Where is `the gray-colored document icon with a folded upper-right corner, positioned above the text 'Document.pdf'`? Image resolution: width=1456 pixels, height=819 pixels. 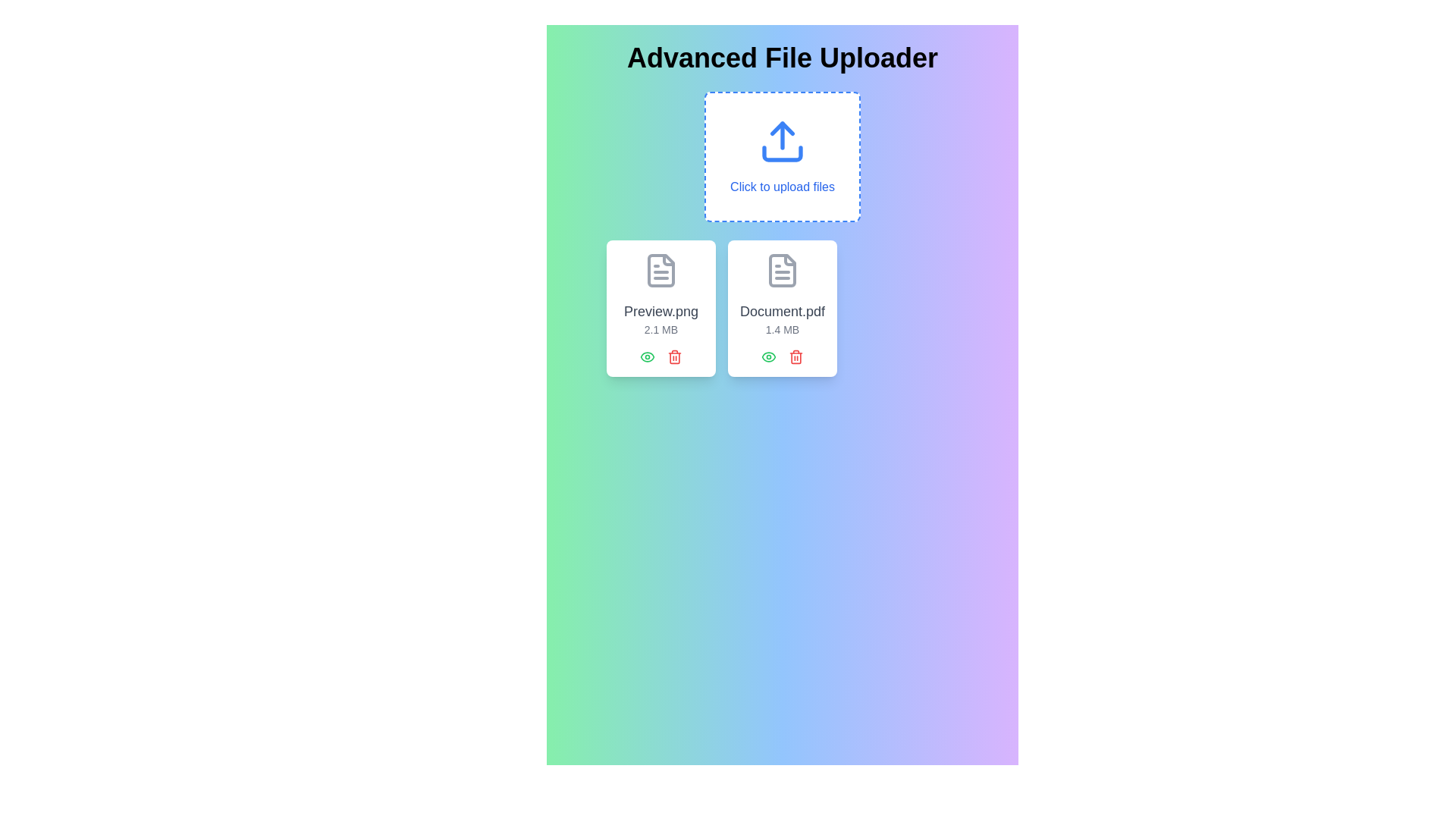
the gray-colored document icon with a folded upper-right corner, positioned above the text 'Document.pdf' is located at coordinates (783, 270).